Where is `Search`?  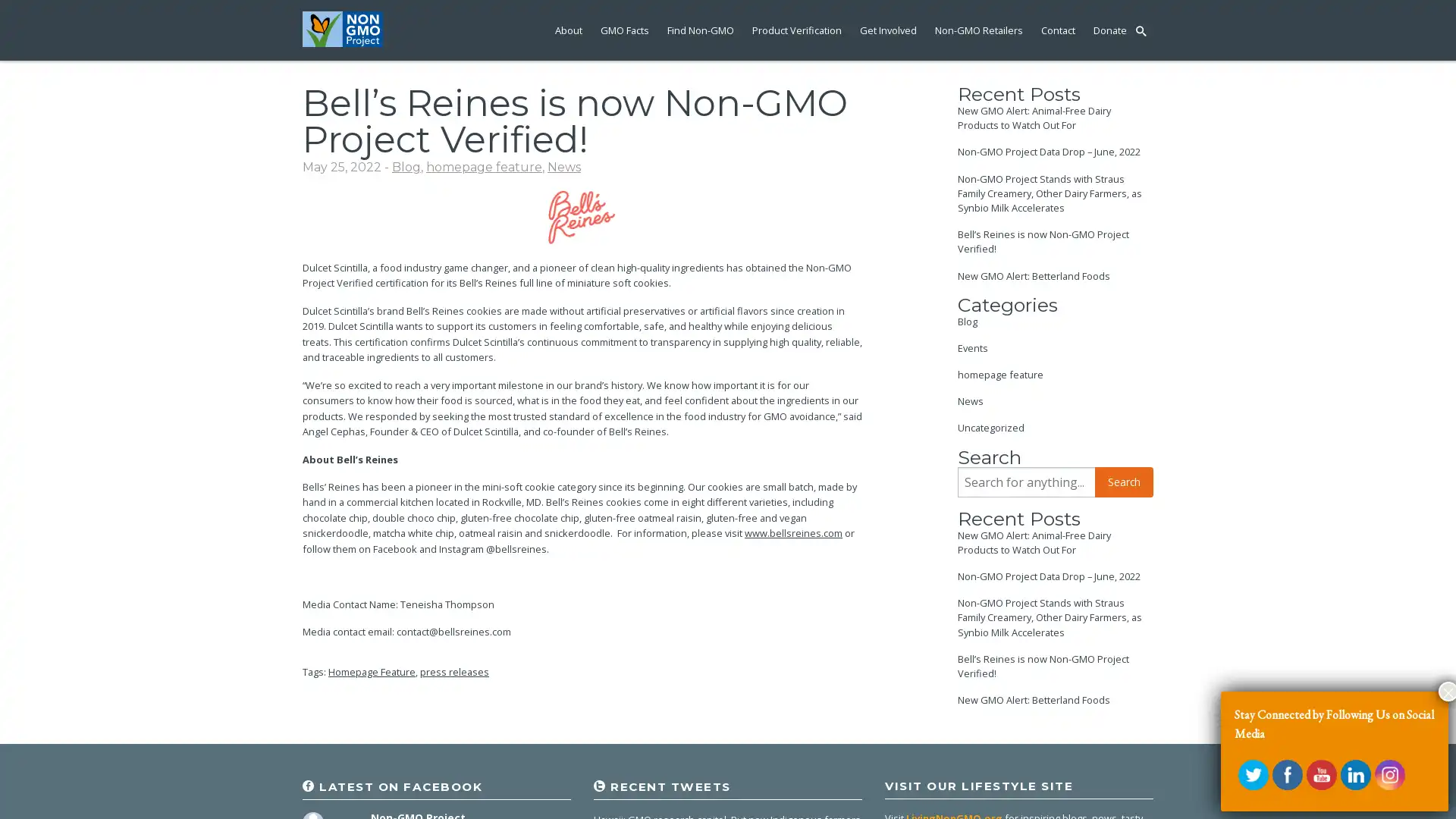
Search is located at coordinates (1124, 482).